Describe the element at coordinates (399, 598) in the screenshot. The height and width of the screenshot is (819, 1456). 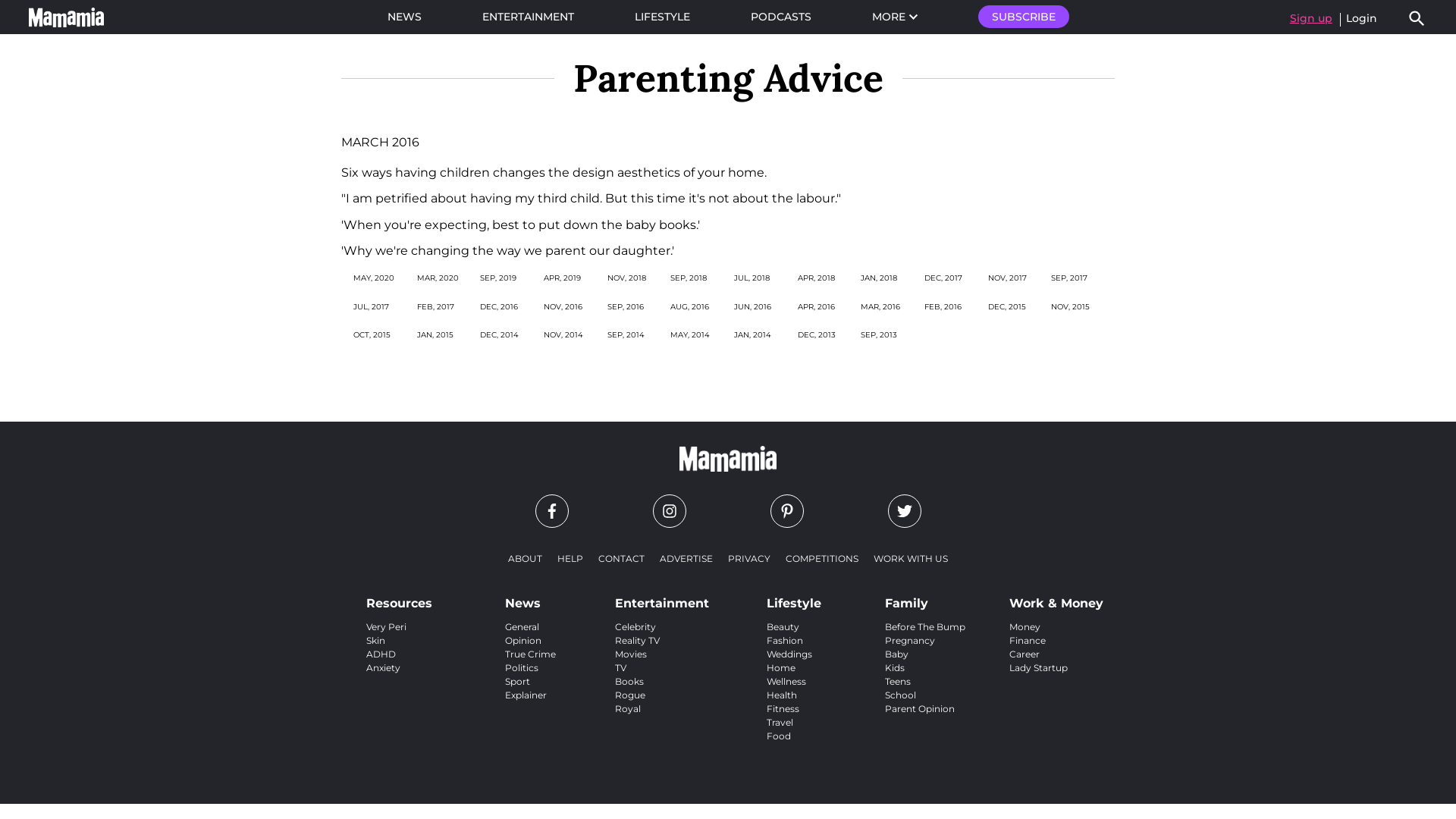
I see `'Resources'` at that location.